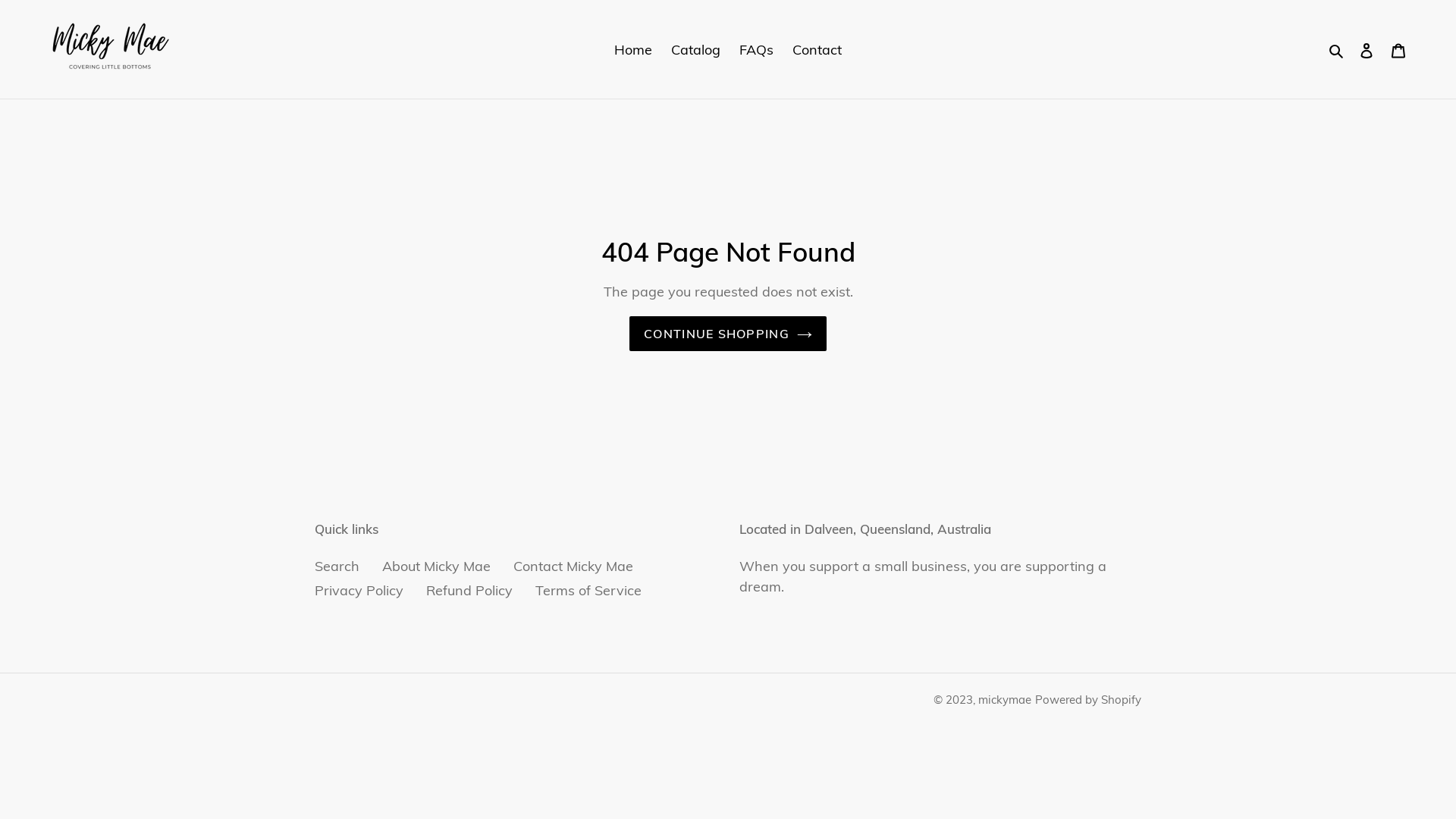 This screenshot has height=819, width=1456. Describe the element at coordinates (633, 48) in the screenshot. I see `'Home'` at that location.